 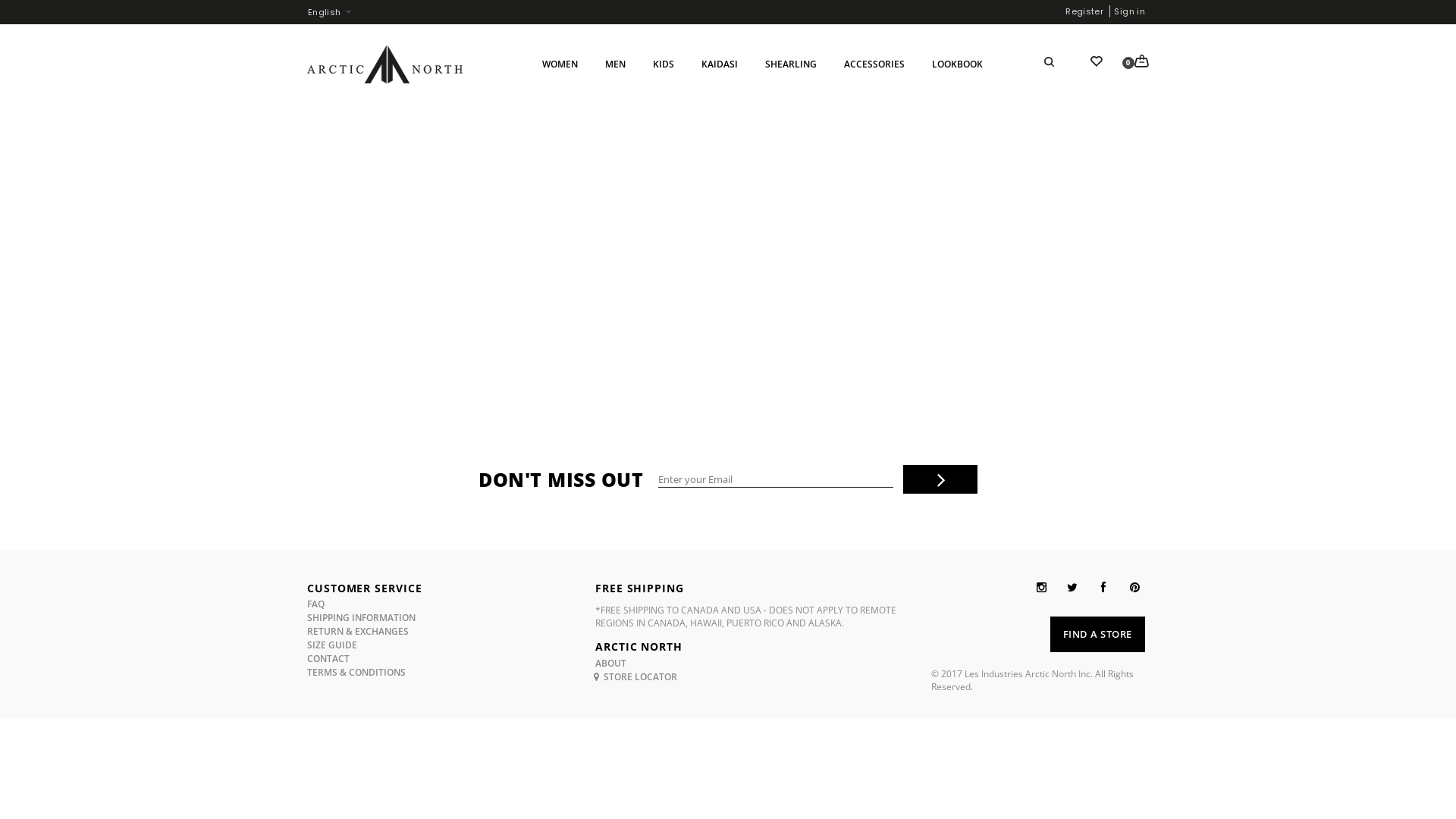 What do you see at coordinates (331, 645) in the screenshot?
I see `'SIZE GUIDE'` at bounding box center [331, 645].